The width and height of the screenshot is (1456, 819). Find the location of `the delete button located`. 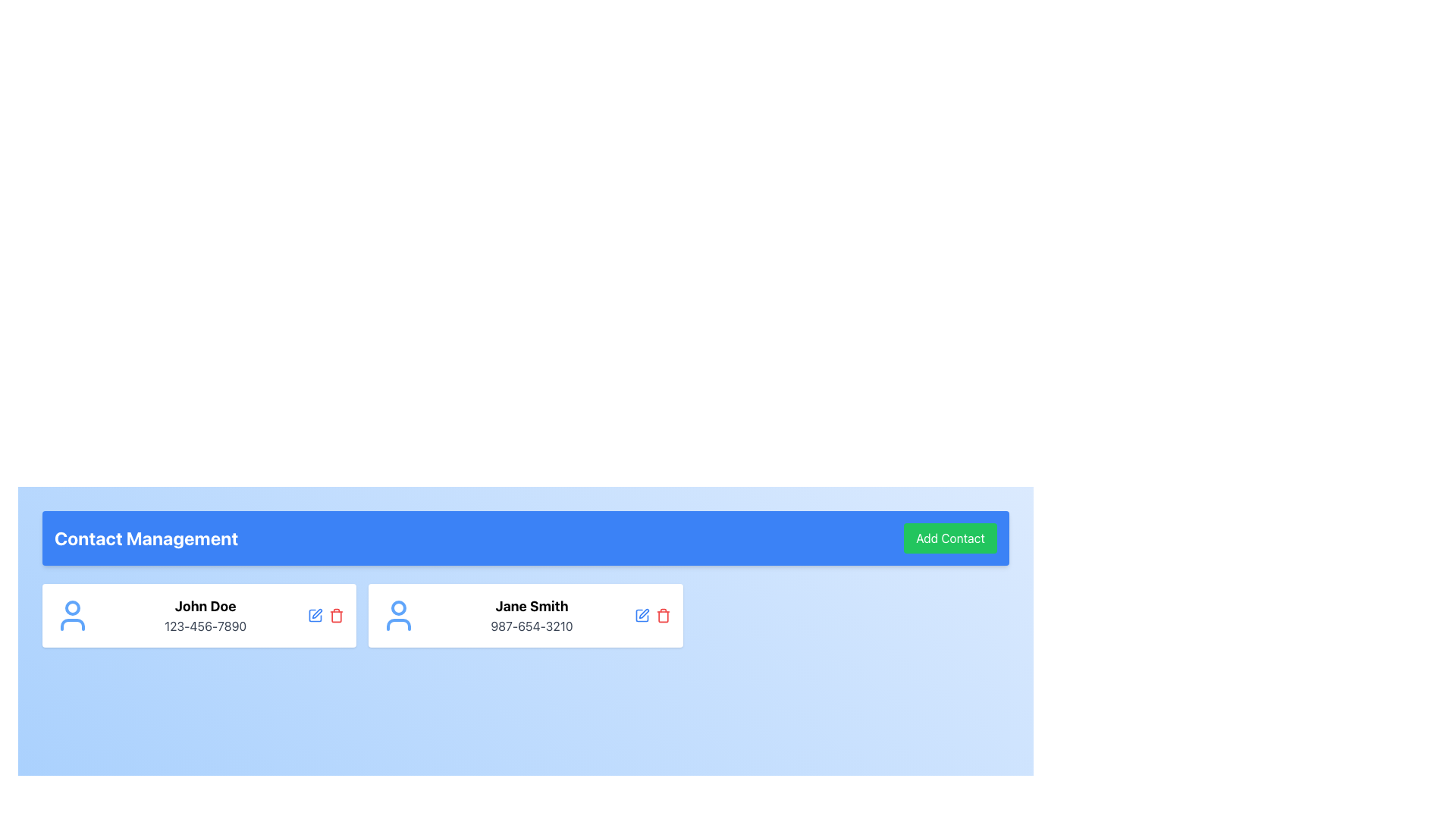

the delete button located is located at coordinates (336, 616).